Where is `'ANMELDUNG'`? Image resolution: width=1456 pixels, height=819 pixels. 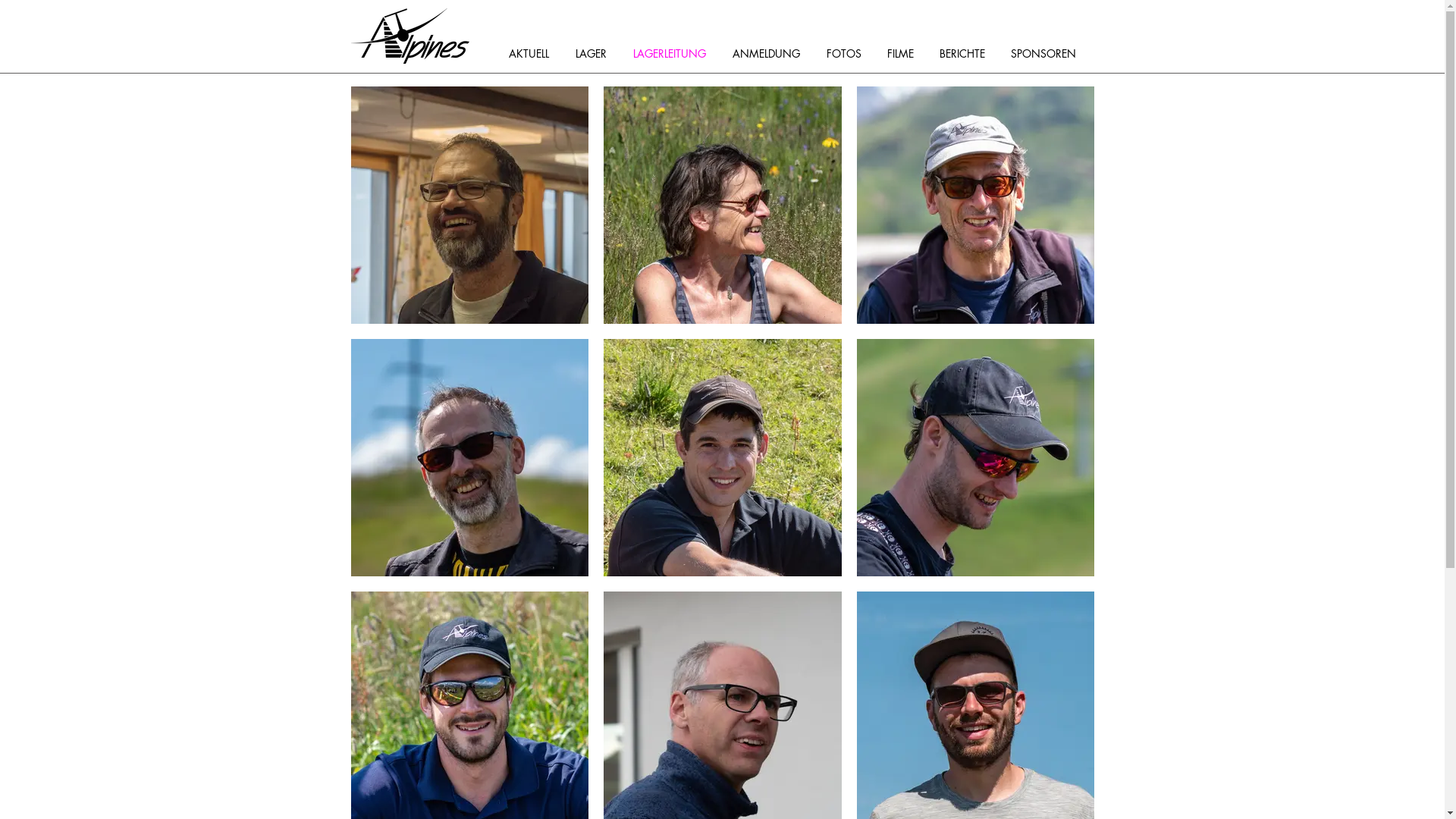 'ANMELDUNG' is located at coordinates (771, 52).